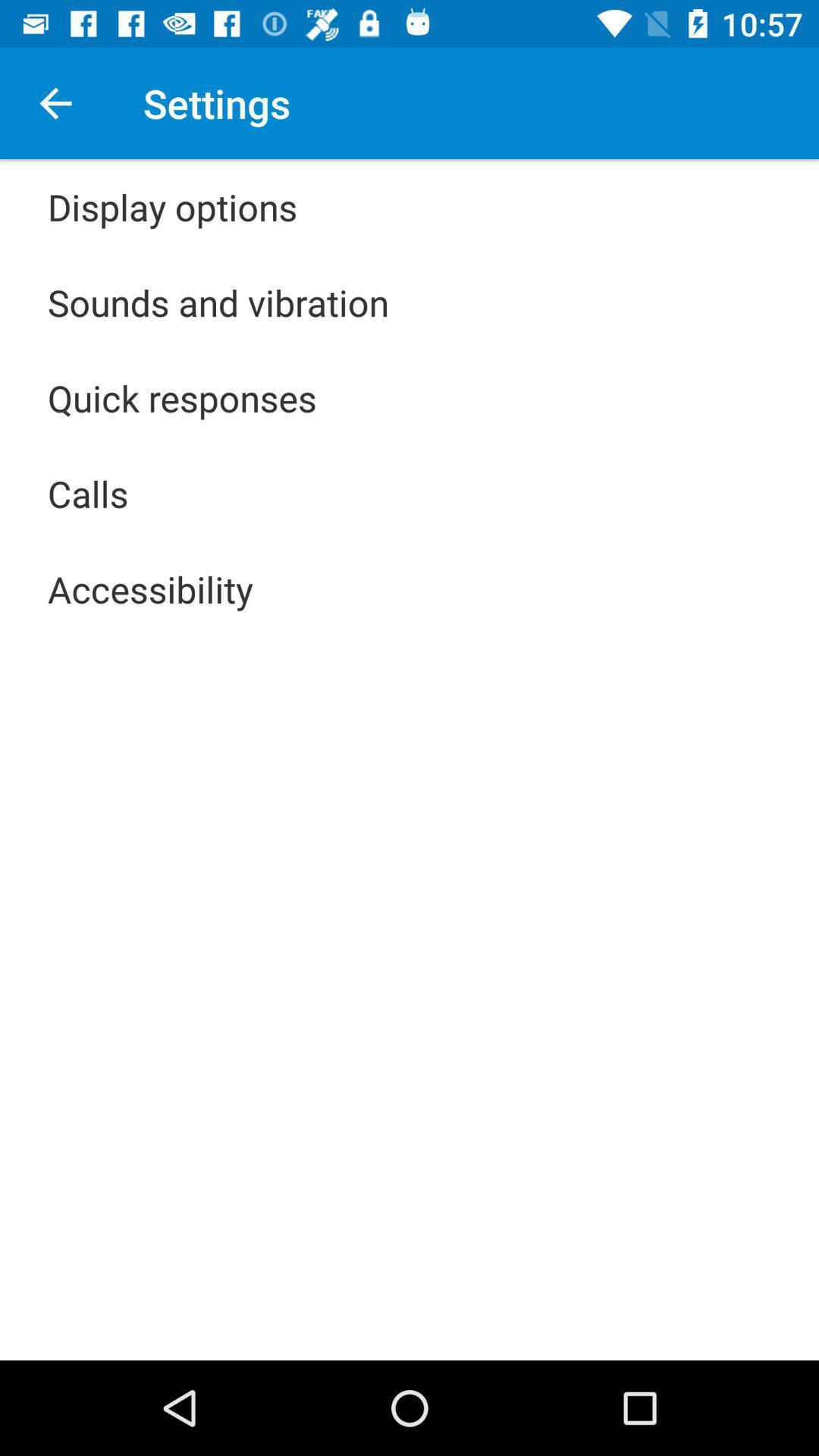 The image size is (819, 1456). What do you see at coordinates (55, 102) in the screenshot?
I see `app next to the settings app` at bounding box center [55, 102].